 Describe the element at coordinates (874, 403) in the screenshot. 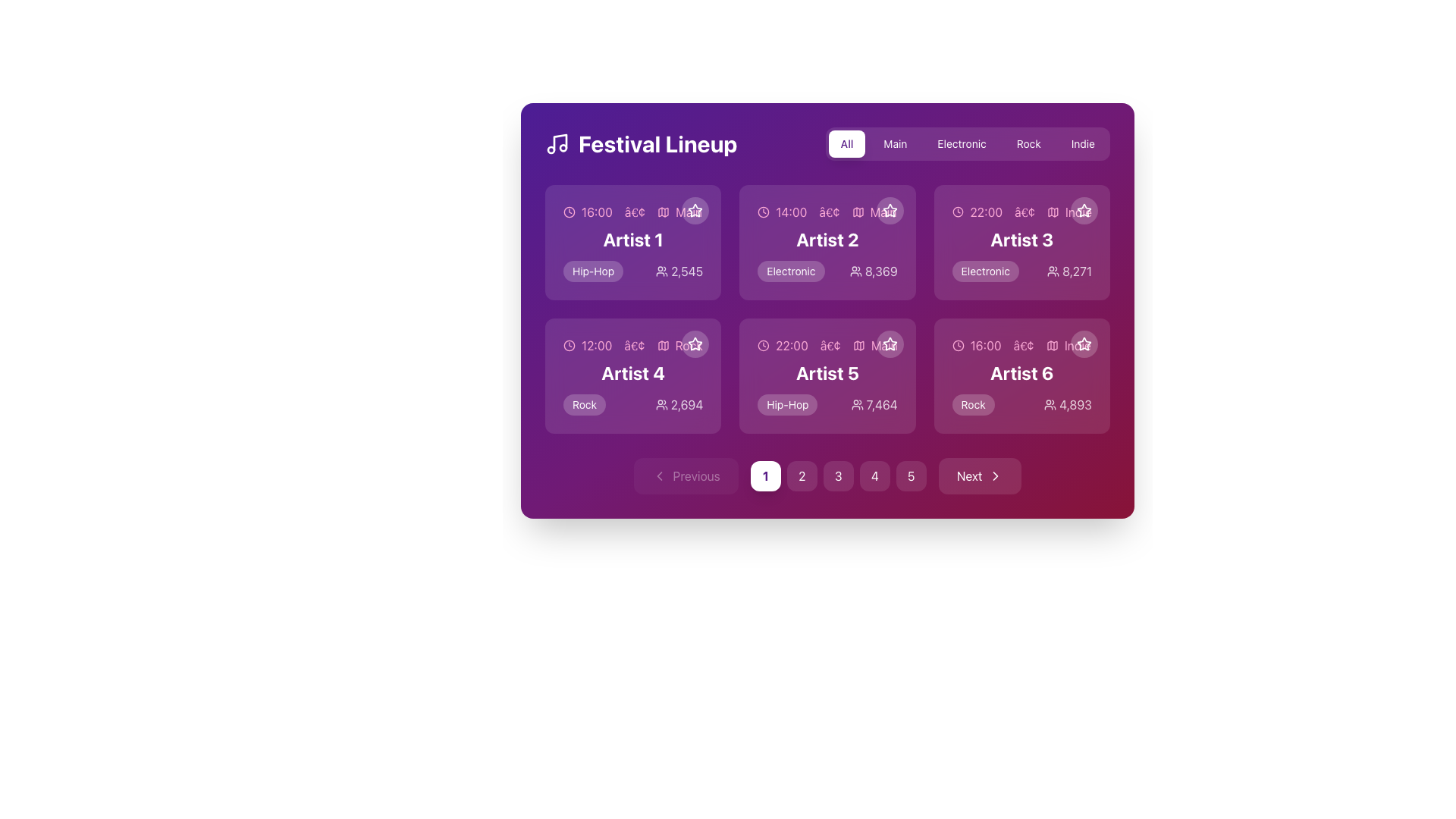

I see `the Statistic display with a group icon showing the number '7,464', located in the lower right corner of the 'Artist 5' section, right of 'Hip-Hop' and below '22:00'` at that location.